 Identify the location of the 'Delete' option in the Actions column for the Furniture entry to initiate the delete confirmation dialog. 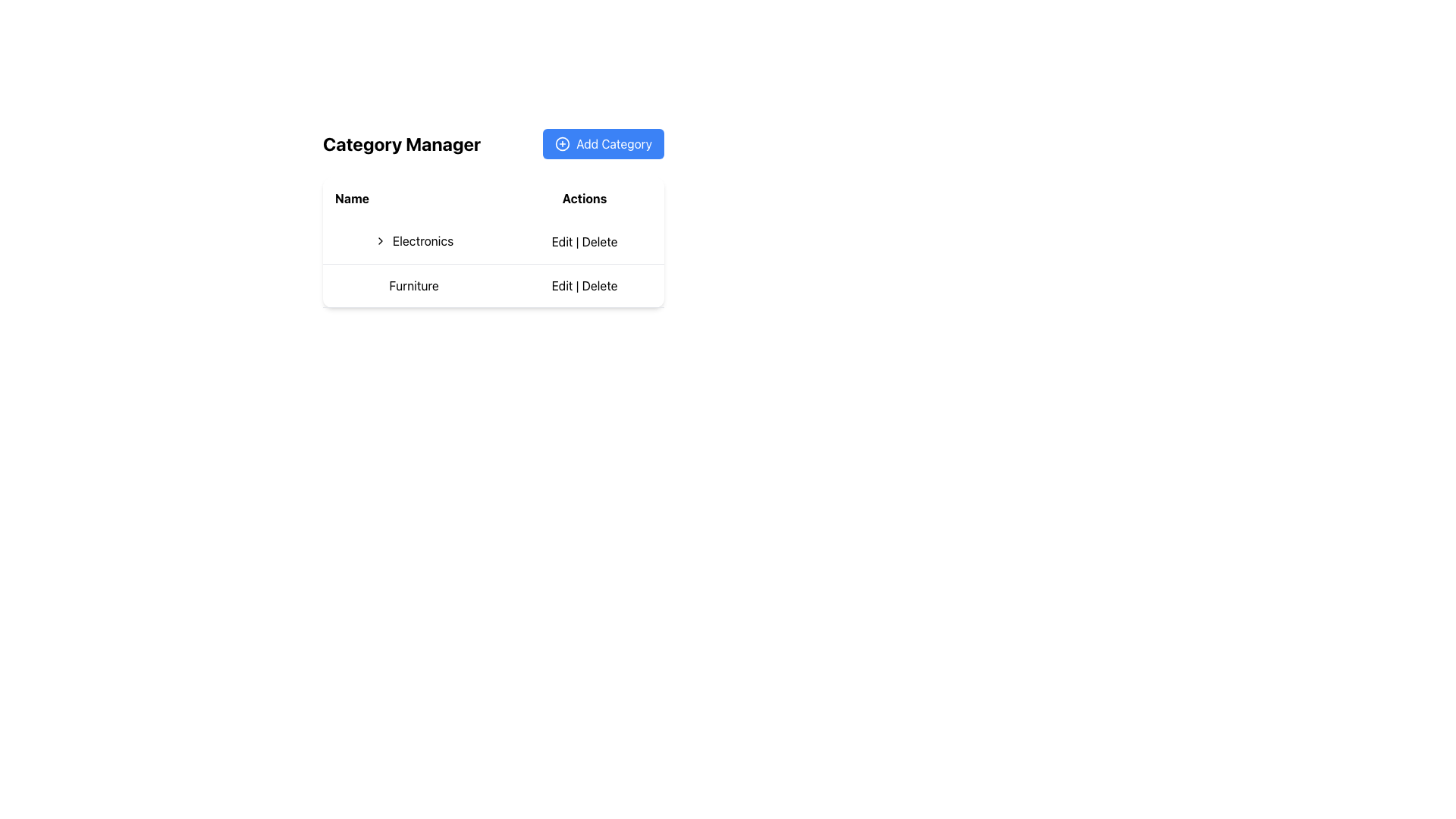
(584, 286).